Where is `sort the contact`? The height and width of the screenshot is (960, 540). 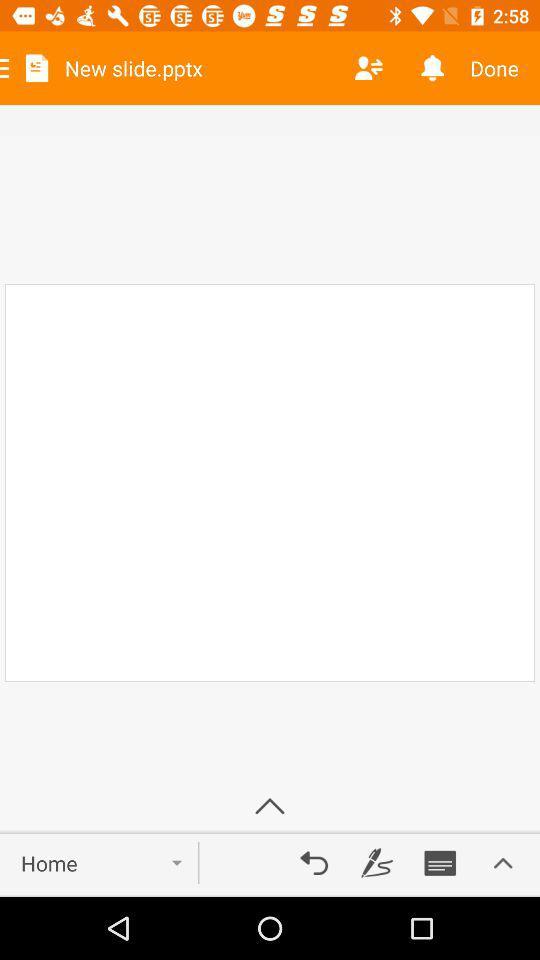
sort the contact is located at coordinates (367, 68).